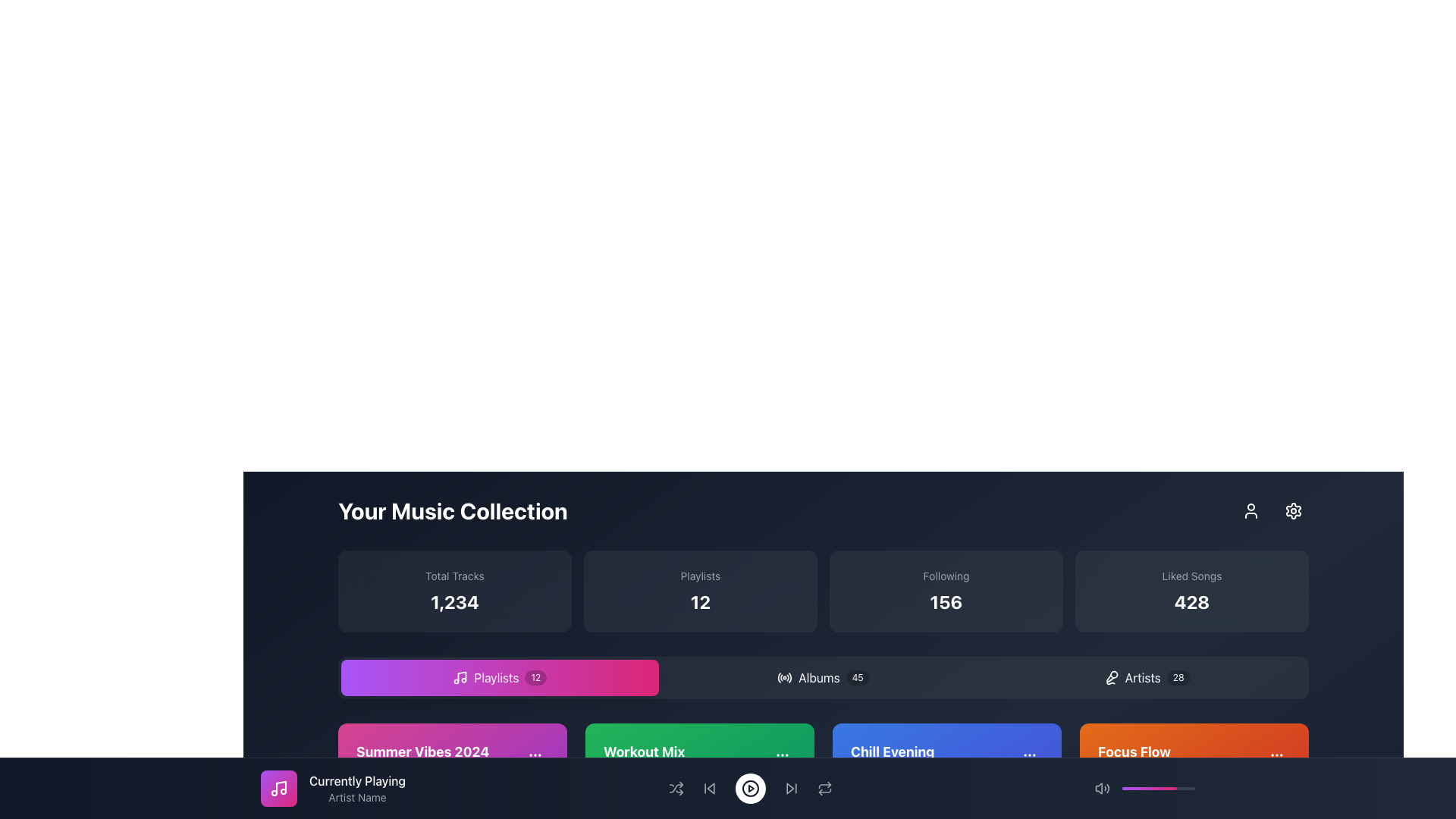 This screenshot has height=819, width=1456. I want to click on the badge indicating the number of 'Artists' in the music collection, located to the right of the 'Artists' text, so click(1178, 677).